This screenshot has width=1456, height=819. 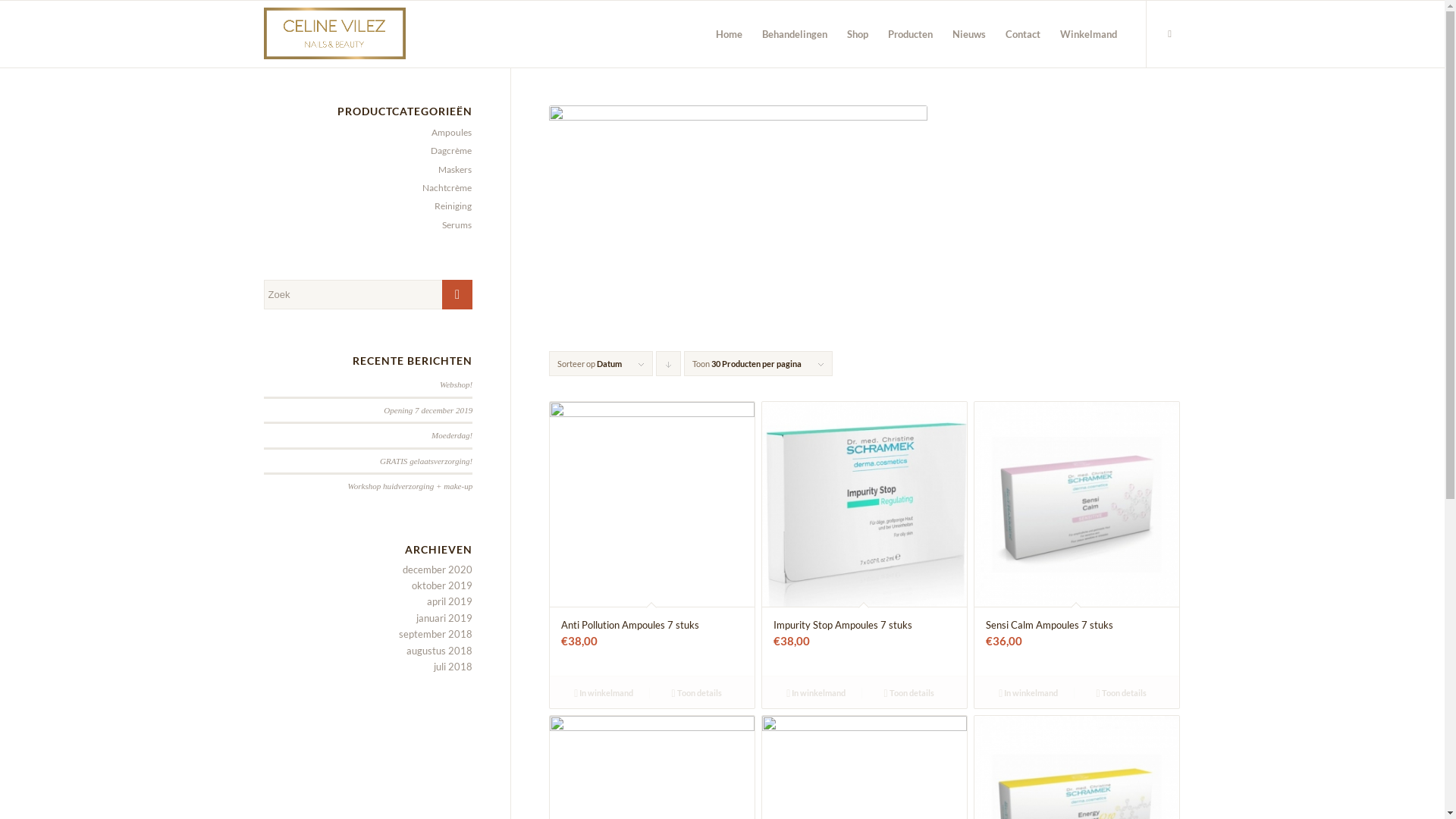 What do you see at coordinates (1087, 34) in the screenshot?
I see `'Winkelmand'` at bounding box center [1087, 34].